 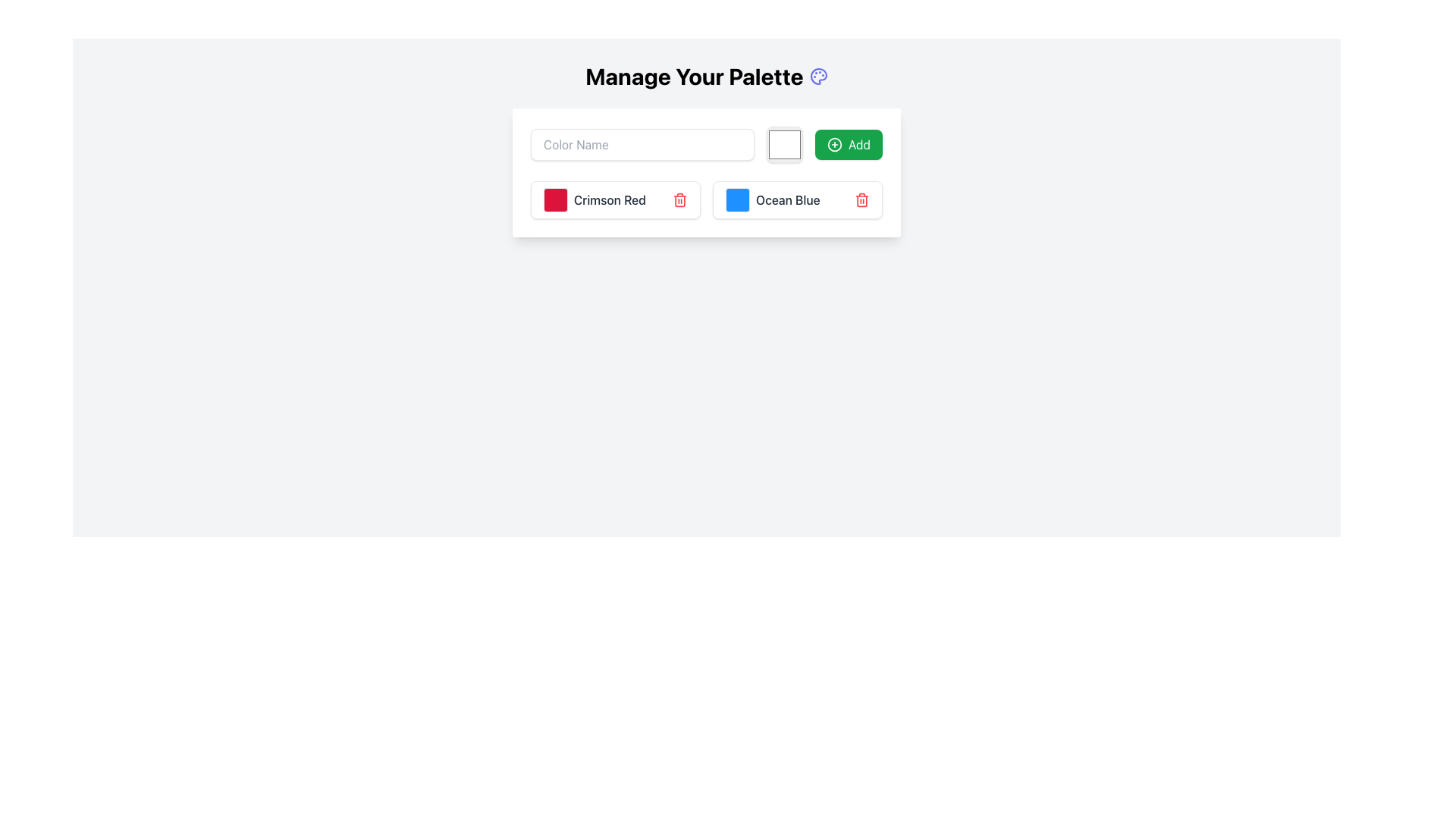 I want to click on the color associated with the 'Ocean Blue' text label located in the color palette section of the 'Manage Your Palette' interface, so click(x=787, y=199).